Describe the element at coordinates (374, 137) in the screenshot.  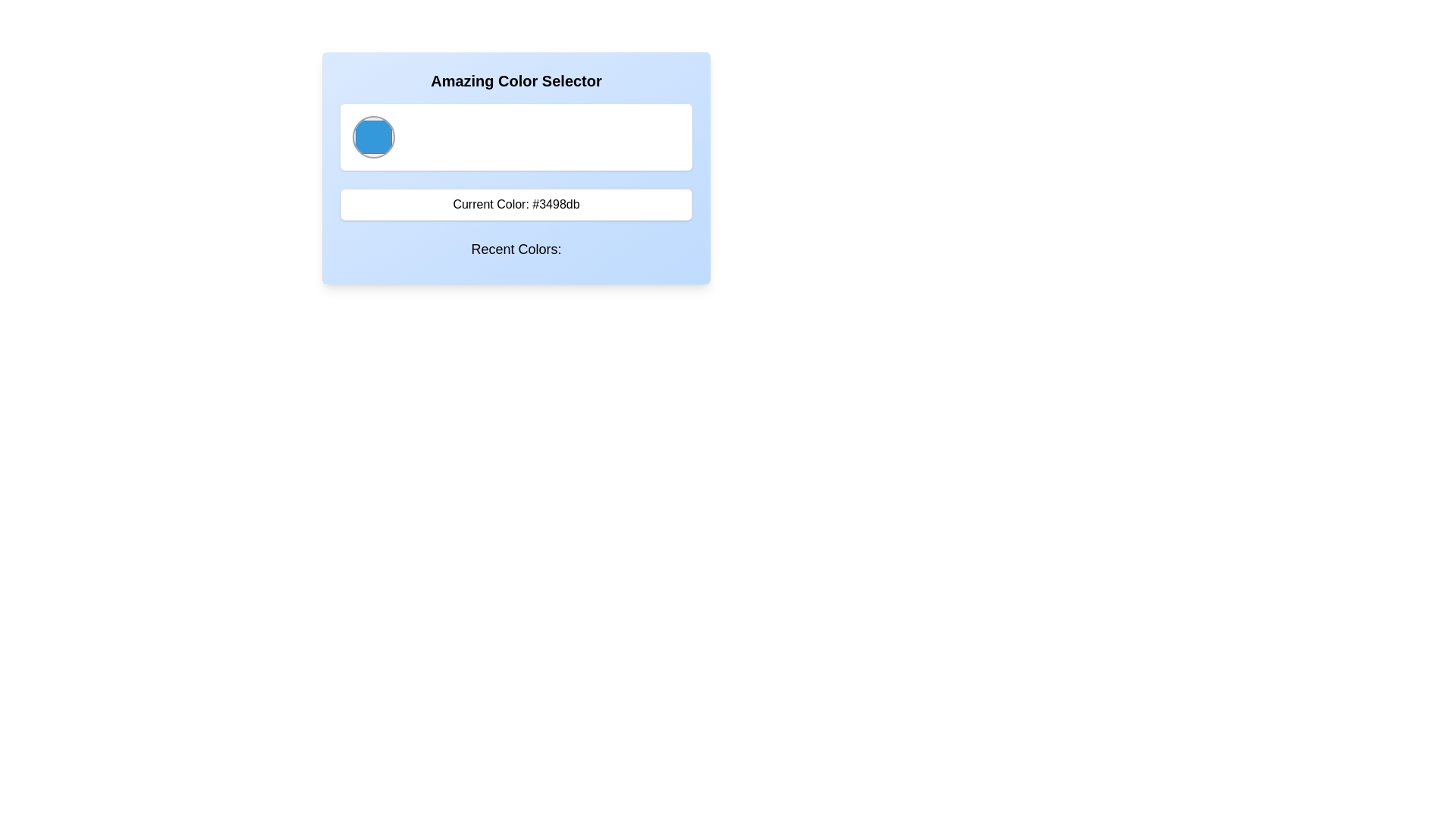
I see `the interactive circular color picker with a light blue fill and thin gray border` at that location.